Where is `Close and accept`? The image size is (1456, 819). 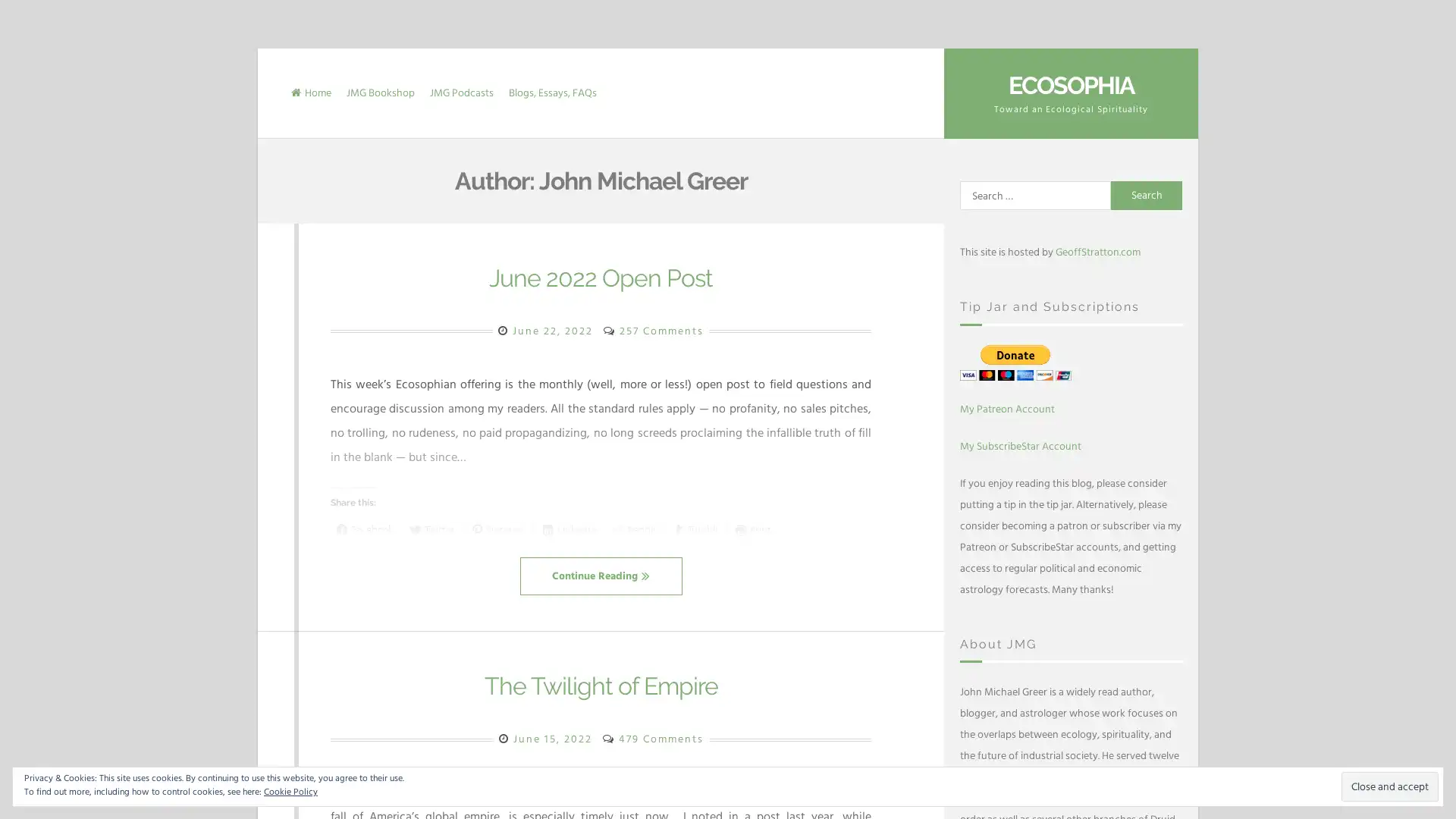
Close and accept is located at coordinates (1390, 786).